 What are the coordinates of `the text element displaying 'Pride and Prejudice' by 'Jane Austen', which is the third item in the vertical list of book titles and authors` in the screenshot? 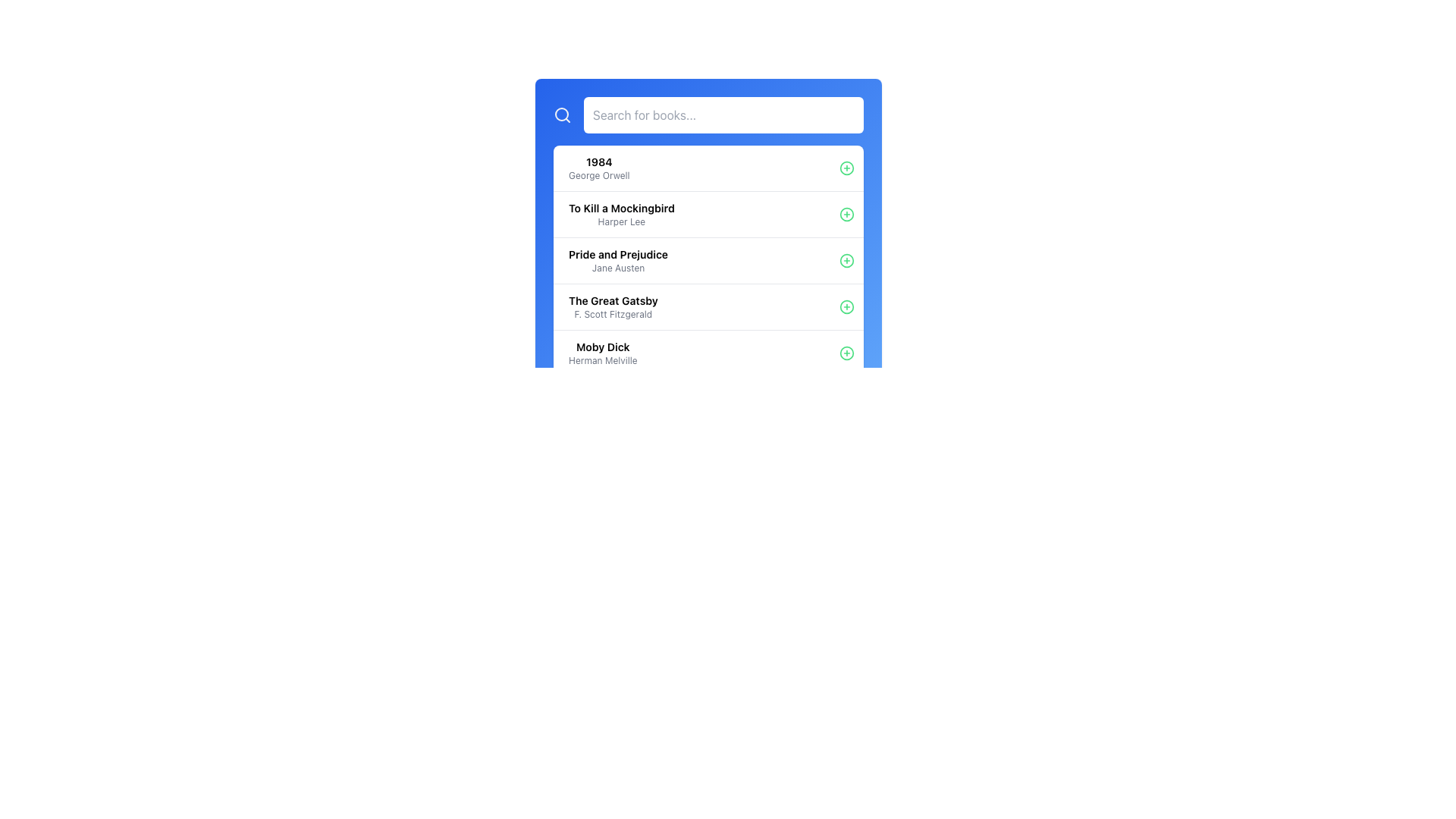 It's located at (618, 259).